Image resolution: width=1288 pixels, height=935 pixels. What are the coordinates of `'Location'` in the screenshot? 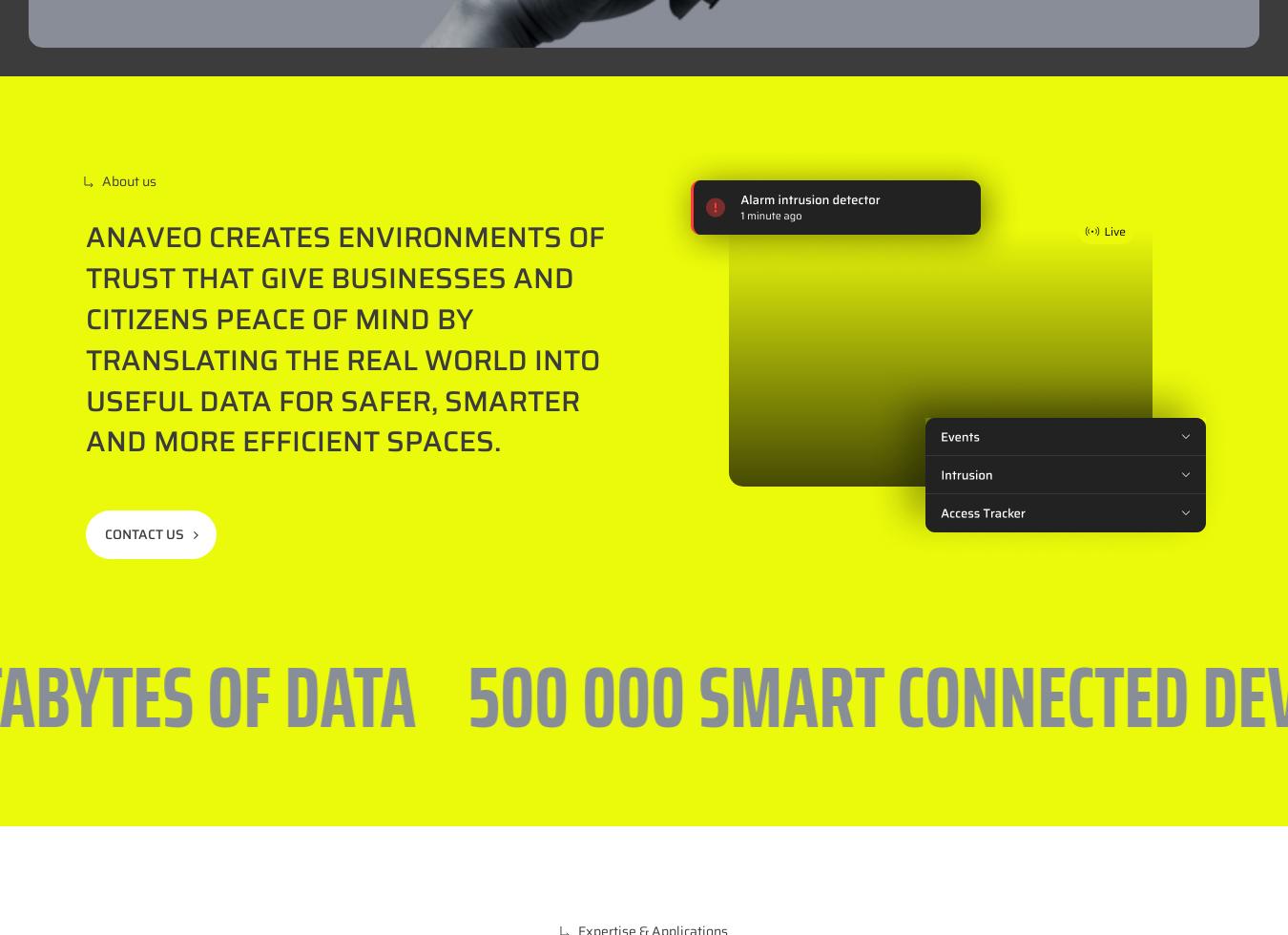 It's located at (729, 606).